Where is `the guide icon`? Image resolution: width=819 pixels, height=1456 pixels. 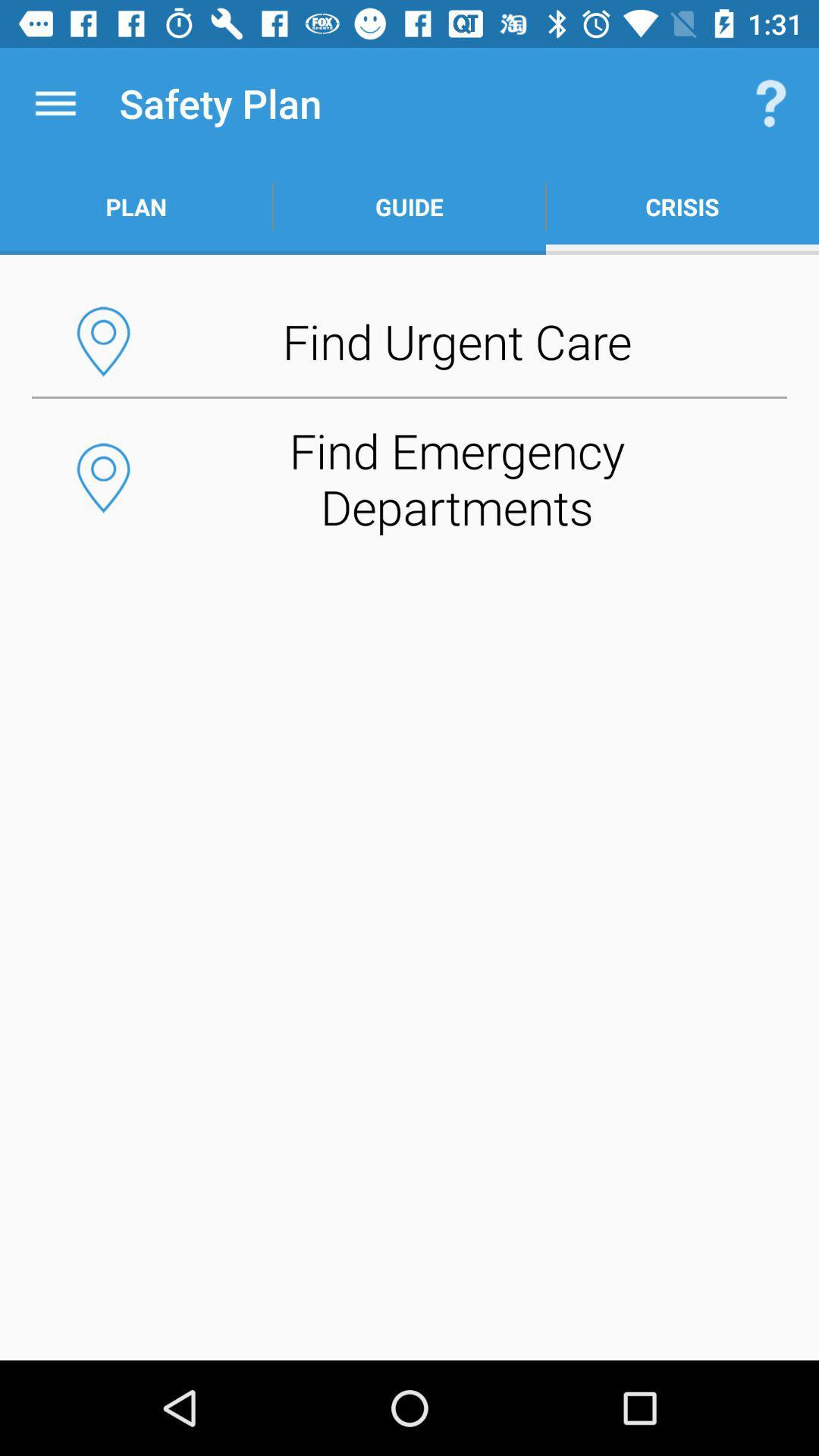
the guide icon is located at coordinates (409, 206).